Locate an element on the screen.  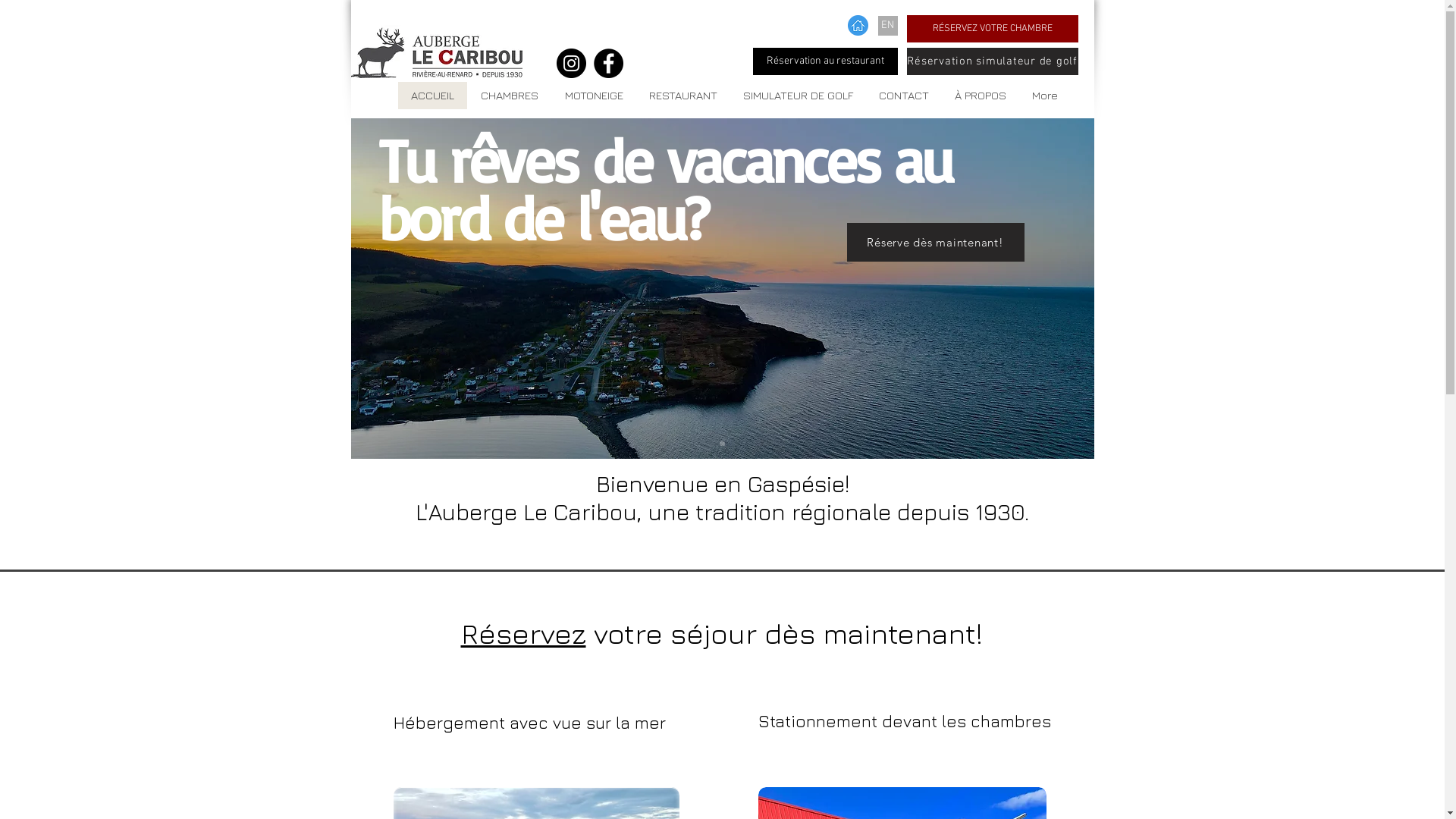
'ACCUEIL' is located at coordinates (431, 96).